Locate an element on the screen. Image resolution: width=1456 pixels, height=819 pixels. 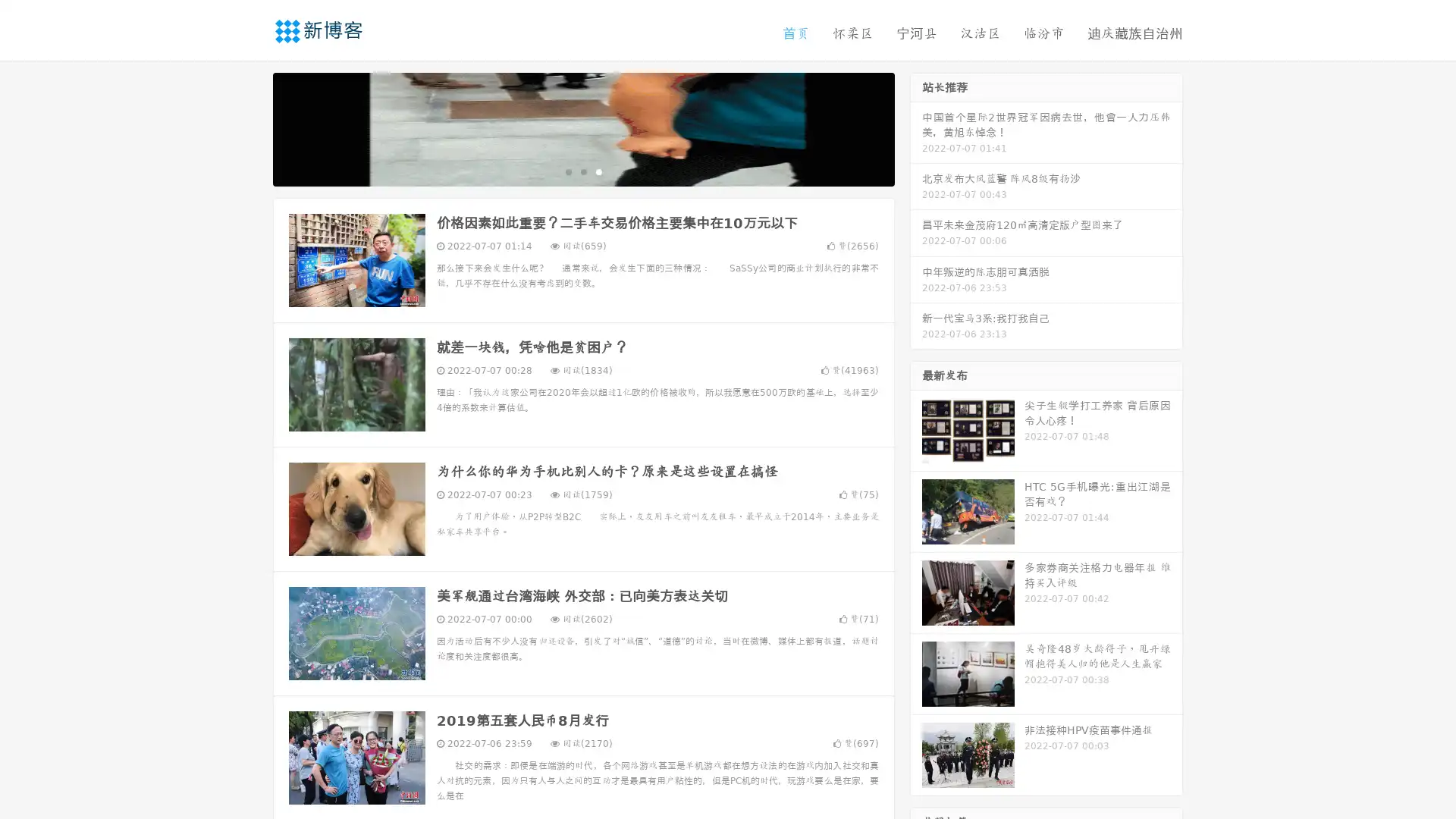
Previous slide is located at coordinates (250, 127).